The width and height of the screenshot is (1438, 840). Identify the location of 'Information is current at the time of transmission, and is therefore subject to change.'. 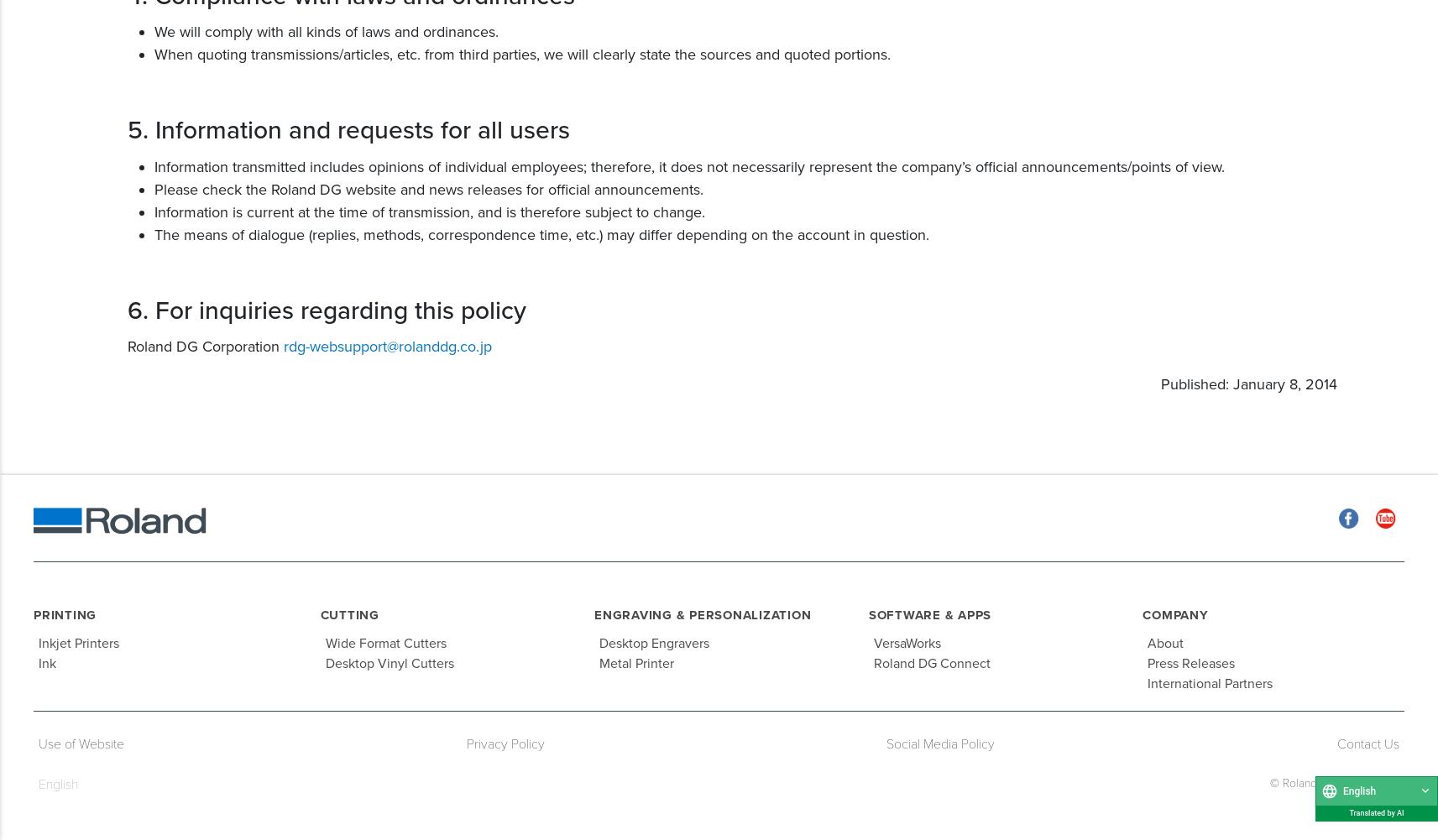
(429, 210).